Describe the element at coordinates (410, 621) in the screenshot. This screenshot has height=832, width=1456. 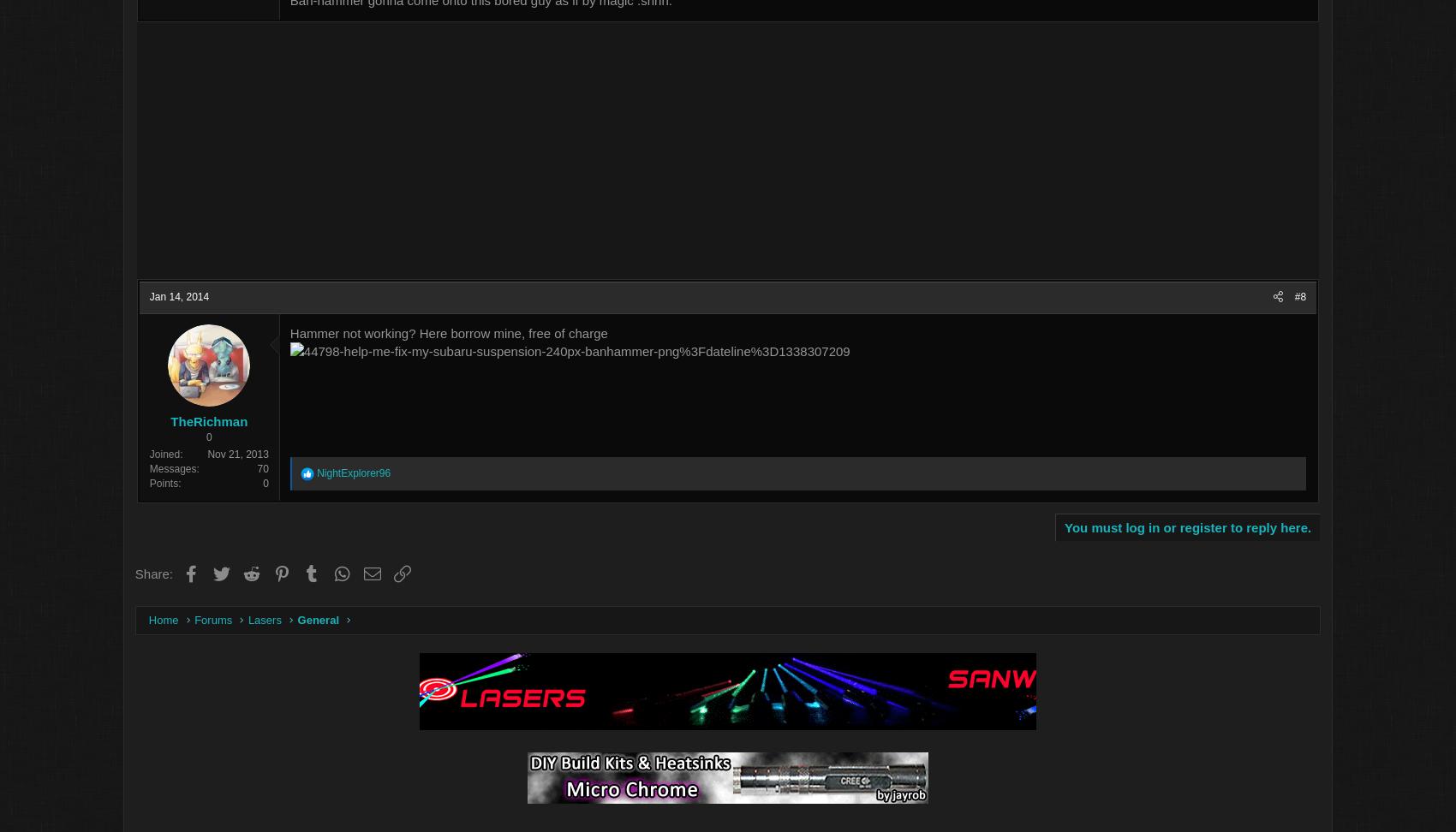
I see `'General'` at that location.